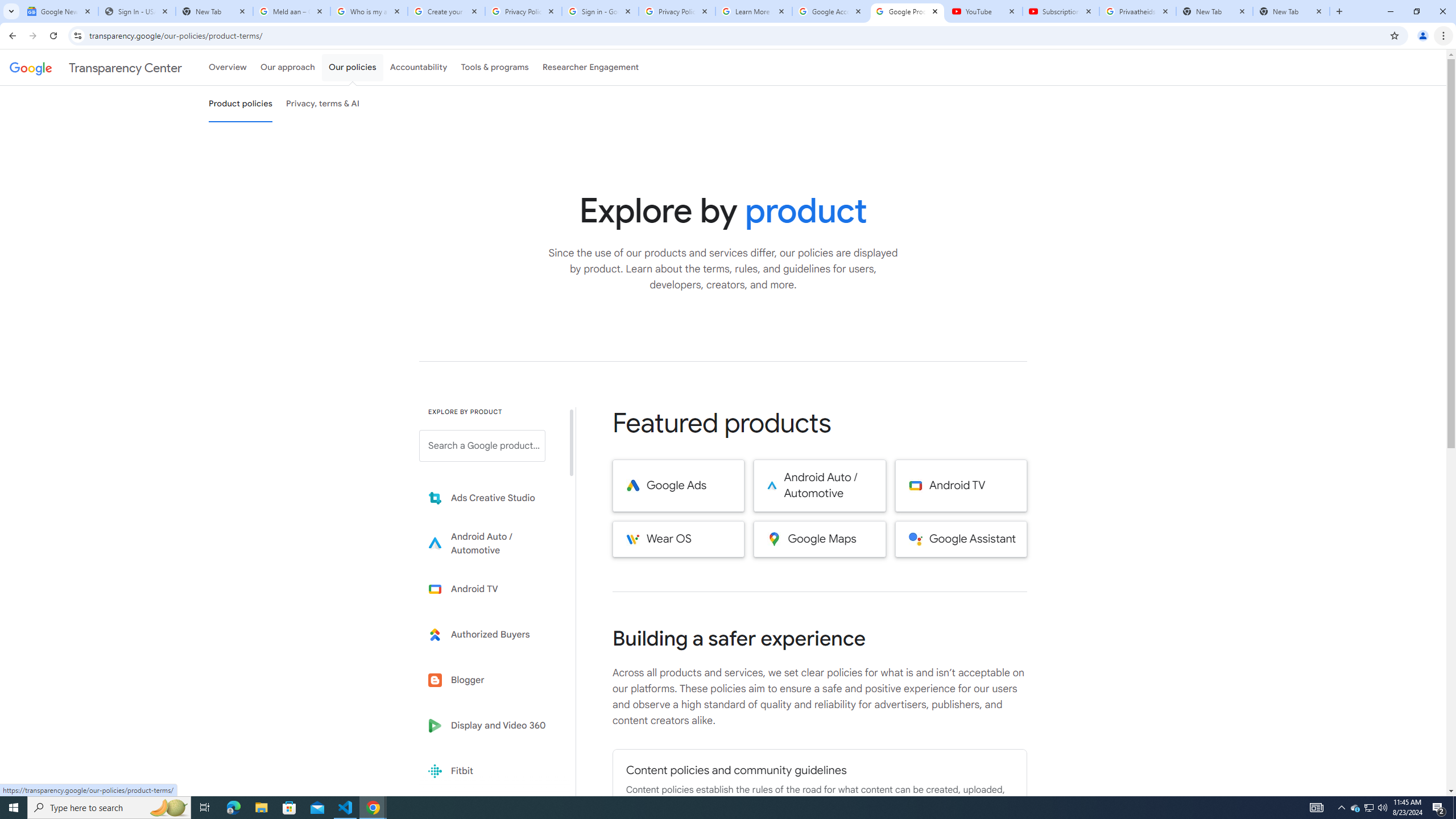 The image size is (1456, 819). I want to click on 'Product policies', so click(239, 103).